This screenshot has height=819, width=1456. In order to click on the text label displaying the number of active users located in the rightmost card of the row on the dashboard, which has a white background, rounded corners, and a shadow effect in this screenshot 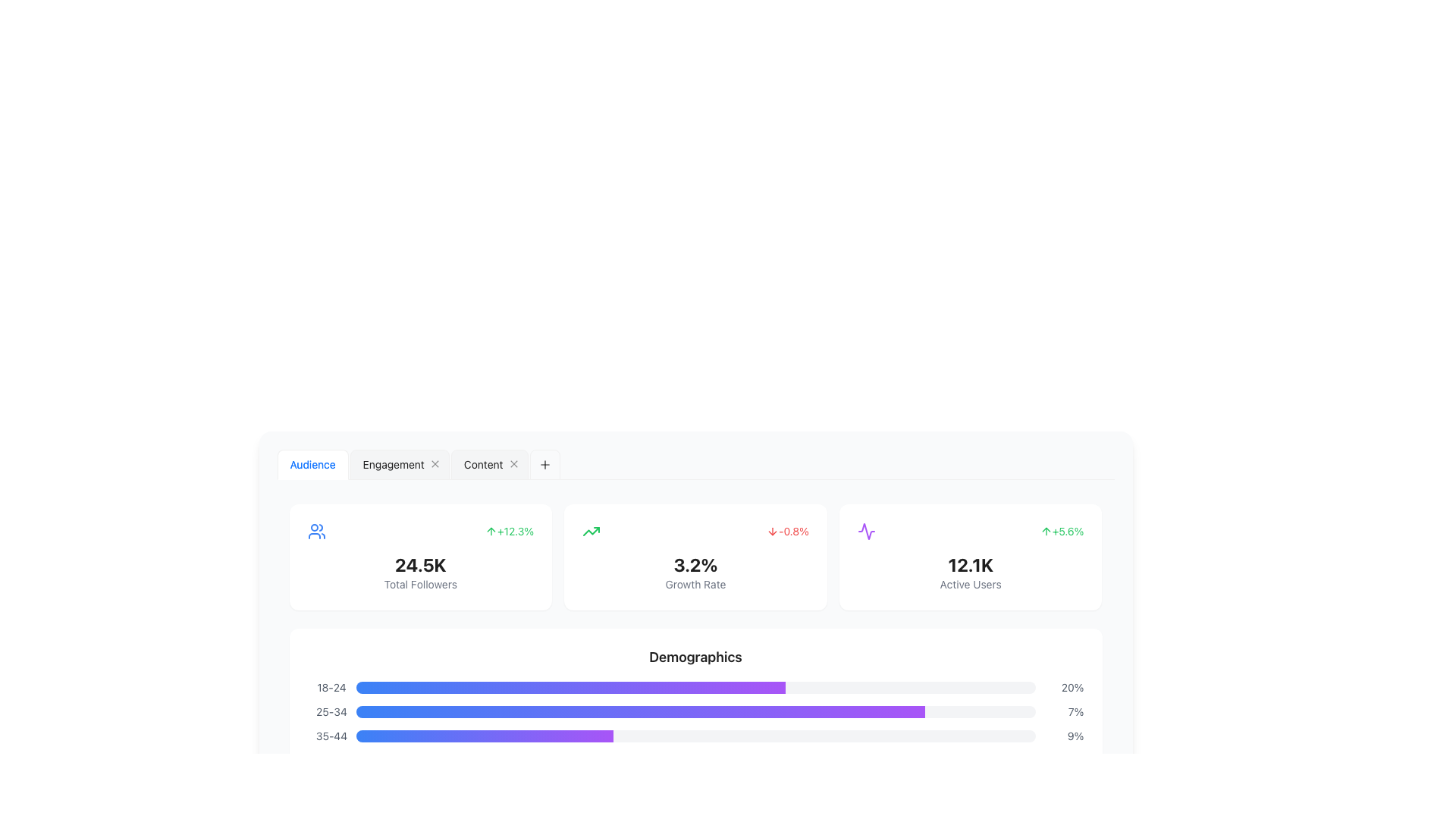, I will do `click(971, 564)`.